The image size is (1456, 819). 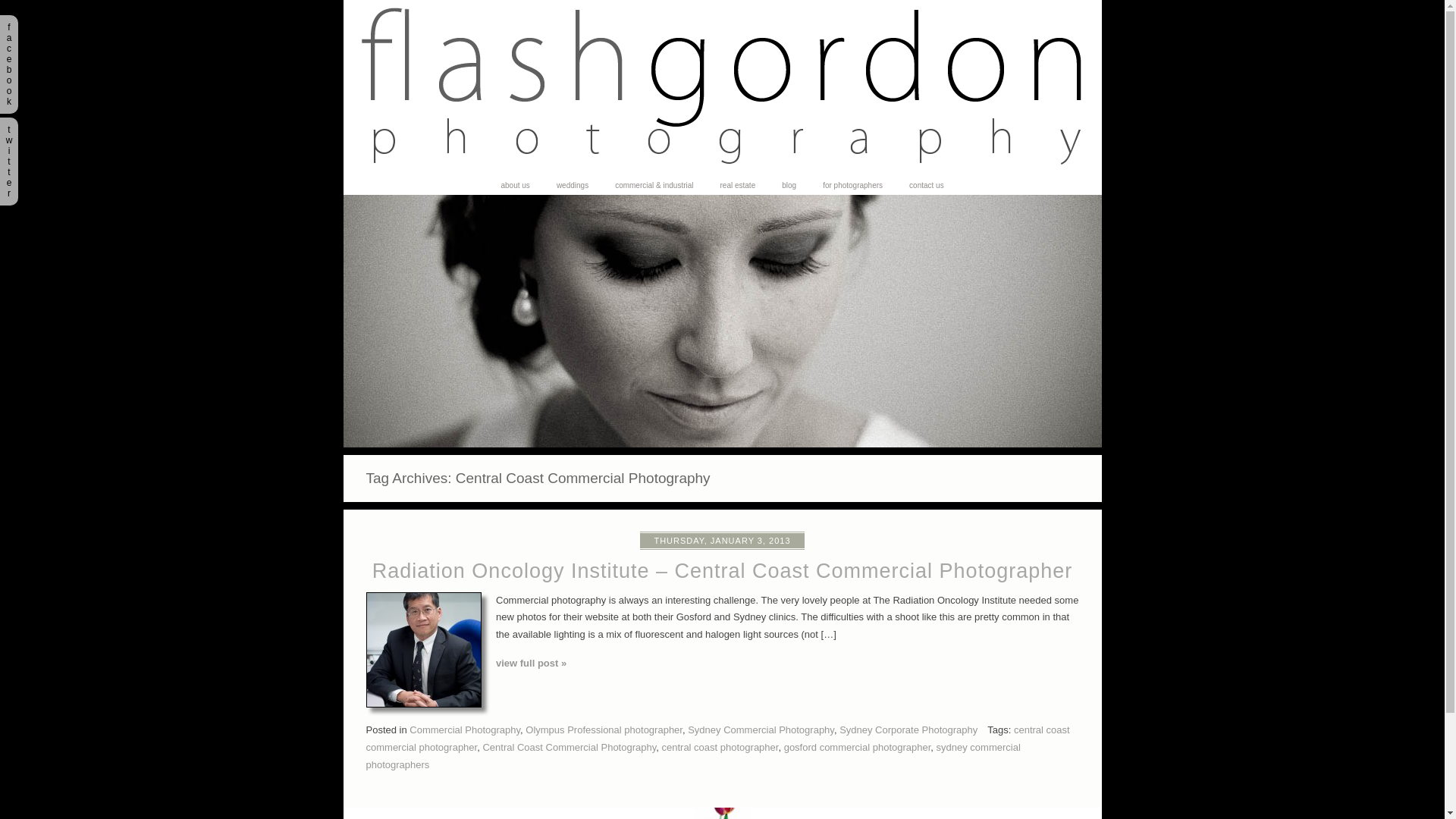 I want to click on 'about us', so click(x=514, y=185).